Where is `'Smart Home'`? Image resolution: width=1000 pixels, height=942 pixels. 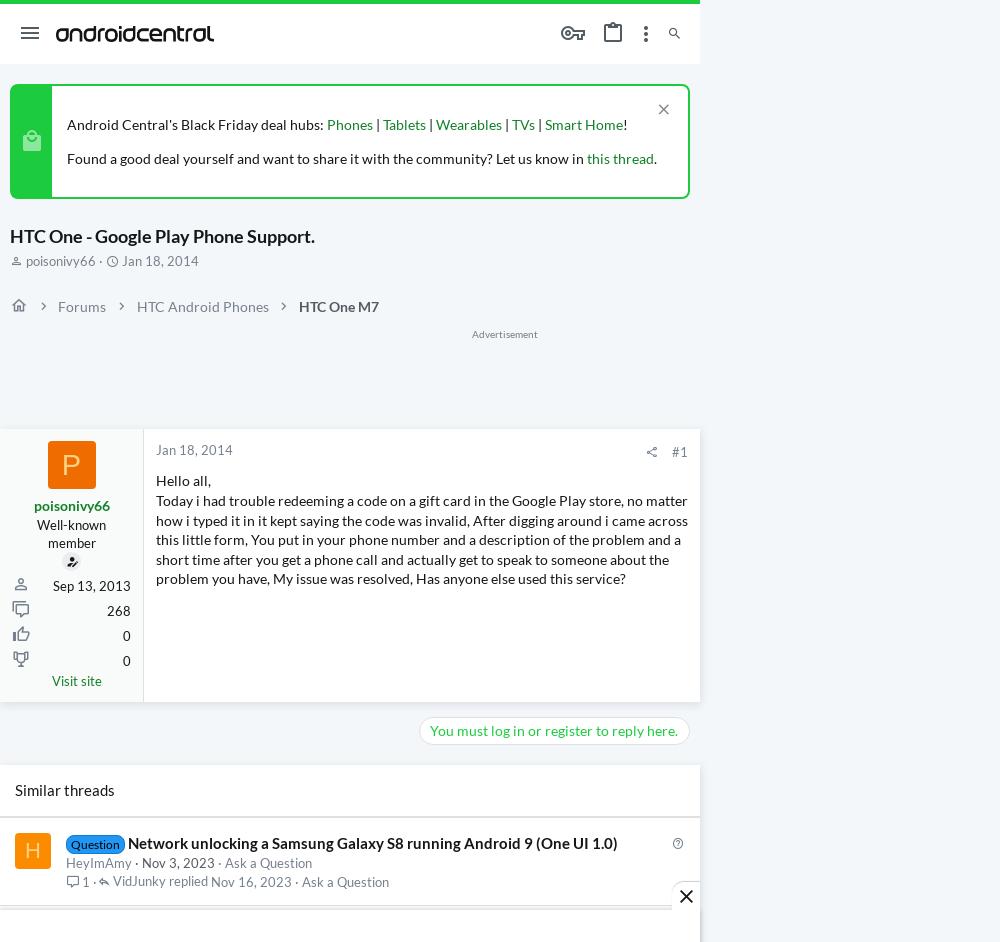 'Smart Home' is located at coordinates (583, 124).